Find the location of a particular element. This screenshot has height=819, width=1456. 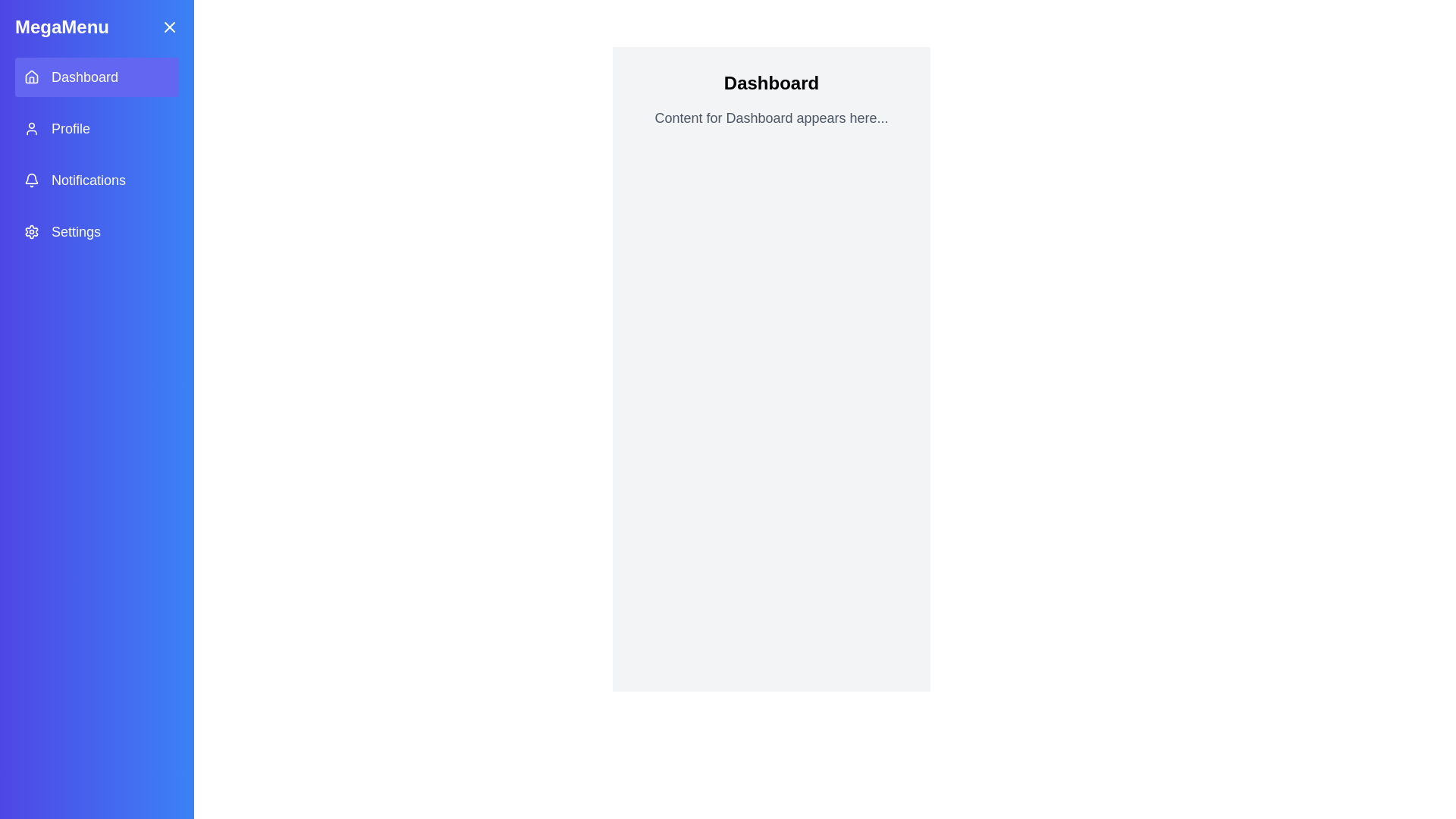

the 'X' icon button located at the top right corner of the sidebar is located at coordinates (170, 27).